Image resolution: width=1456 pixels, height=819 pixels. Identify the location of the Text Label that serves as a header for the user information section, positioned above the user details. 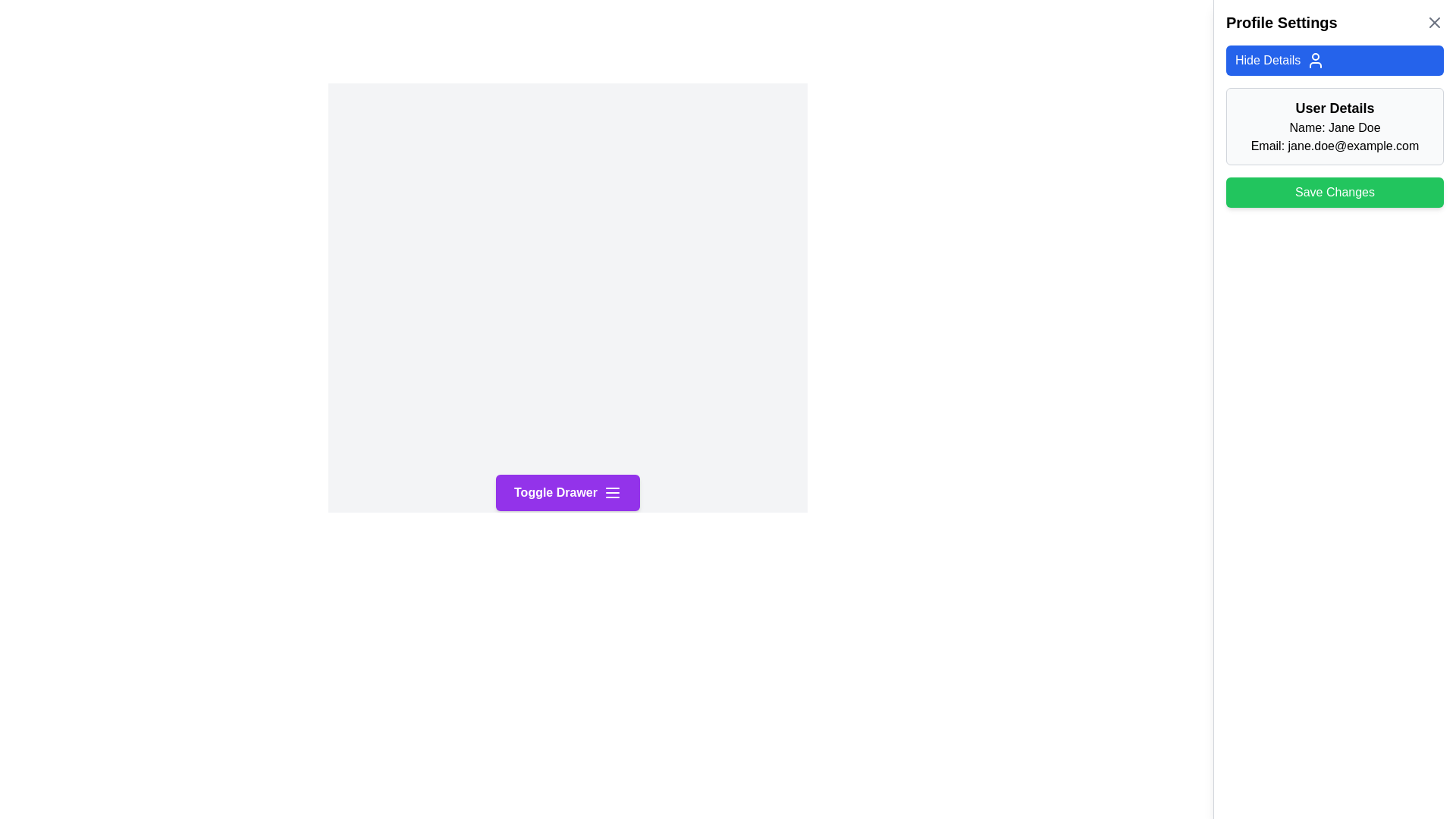
(1335, 107).